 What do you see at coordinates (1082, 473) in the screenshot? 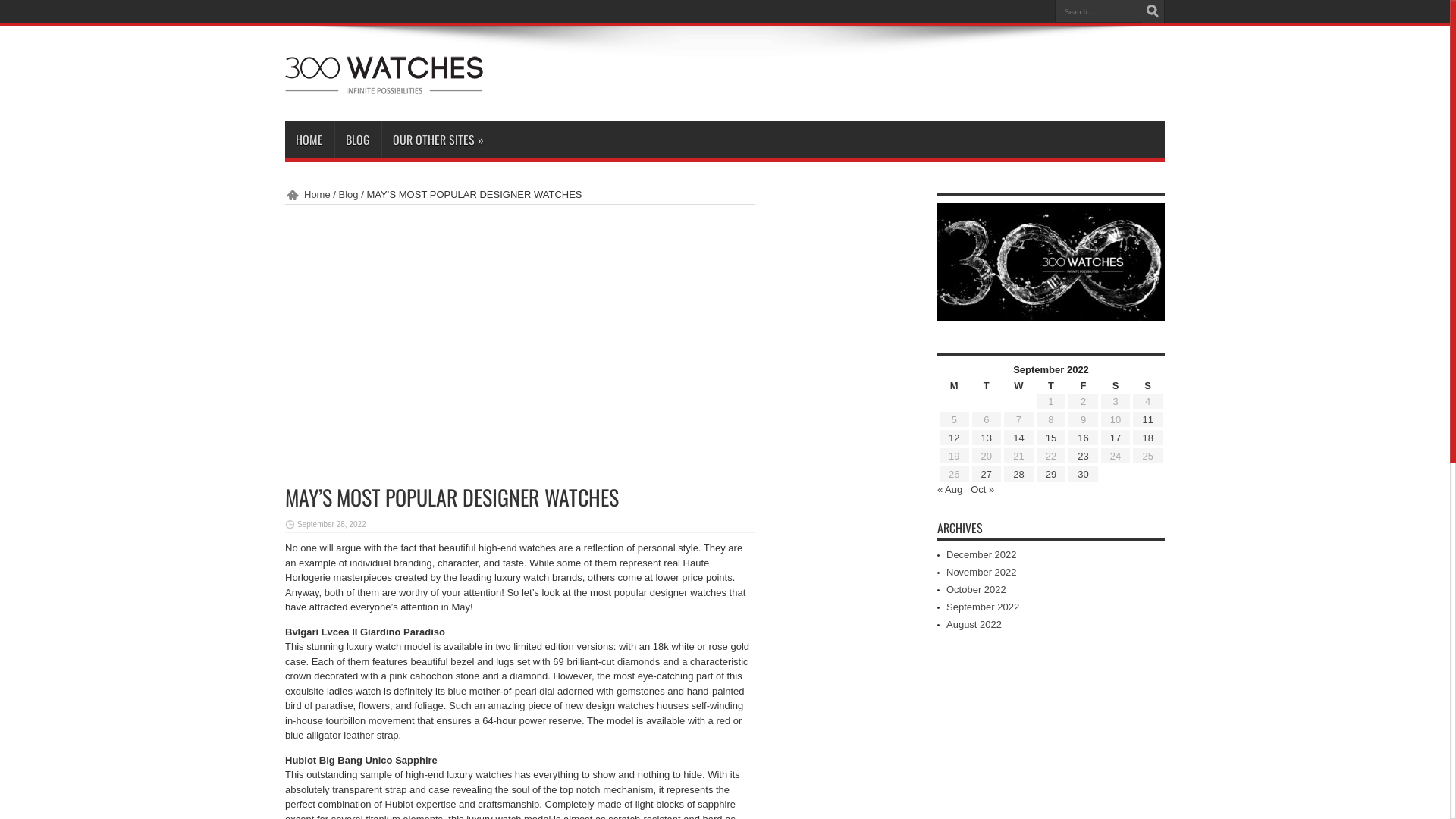
I see `'30'` at bounding box center [1082, 473].